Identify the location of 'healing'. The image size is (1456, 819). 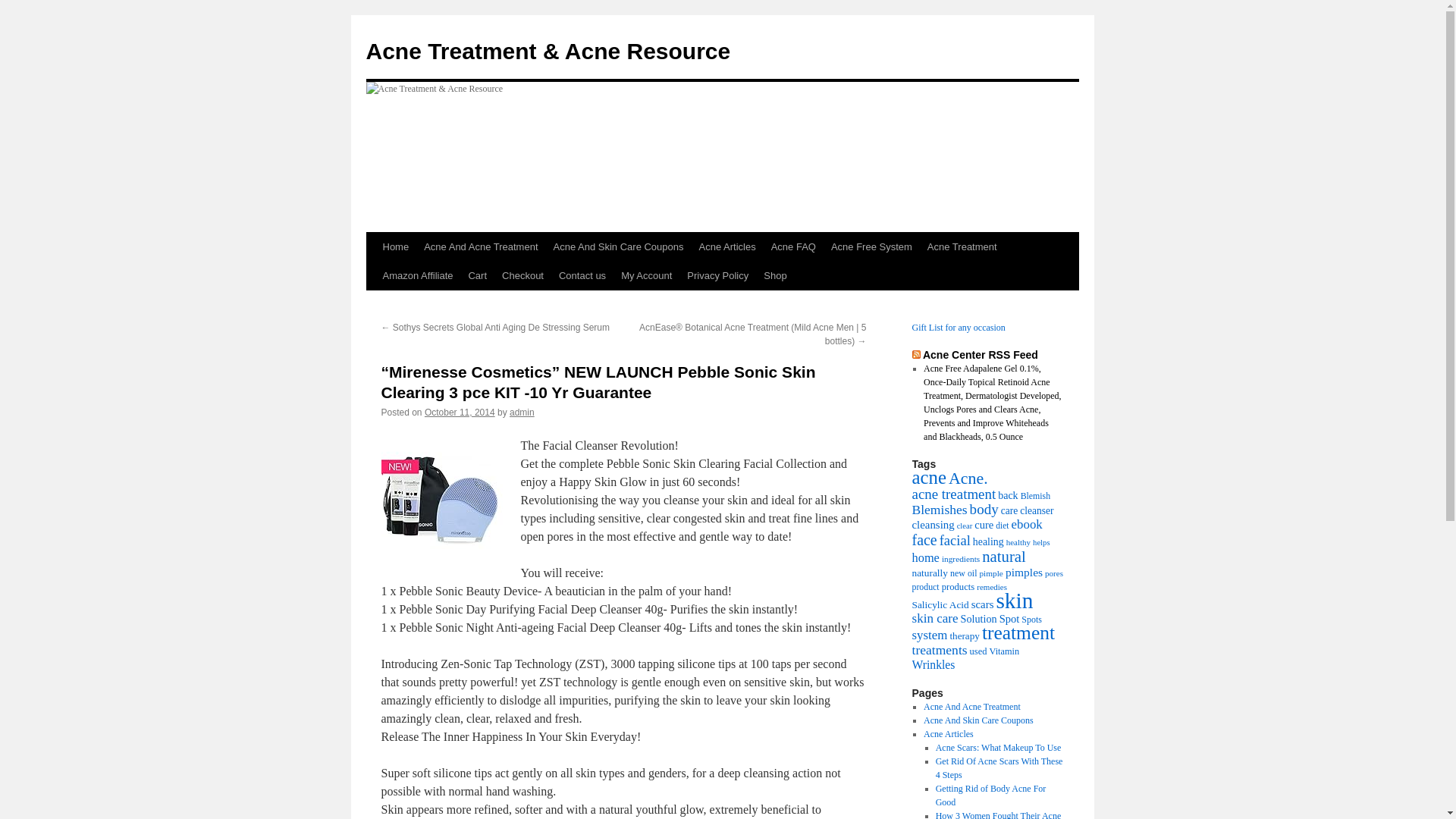
(988, 541).